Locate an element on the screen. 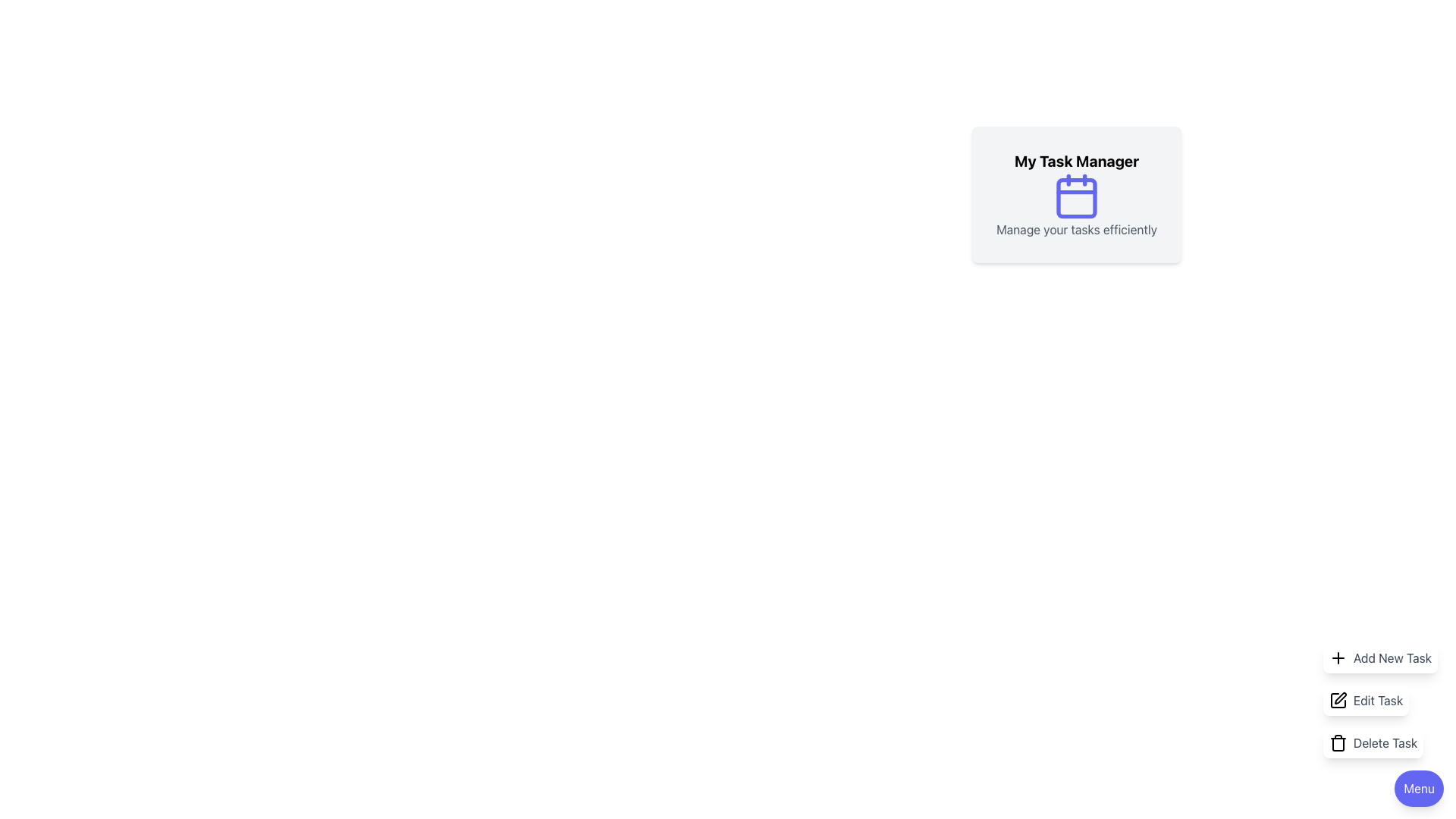 The height and width of the screenshot is (819, 1456). the descriptive subtitle text label located at the bottom of the 'My Task Manager' card, beneath the calendar icon is located at coordinates (1076, 230).